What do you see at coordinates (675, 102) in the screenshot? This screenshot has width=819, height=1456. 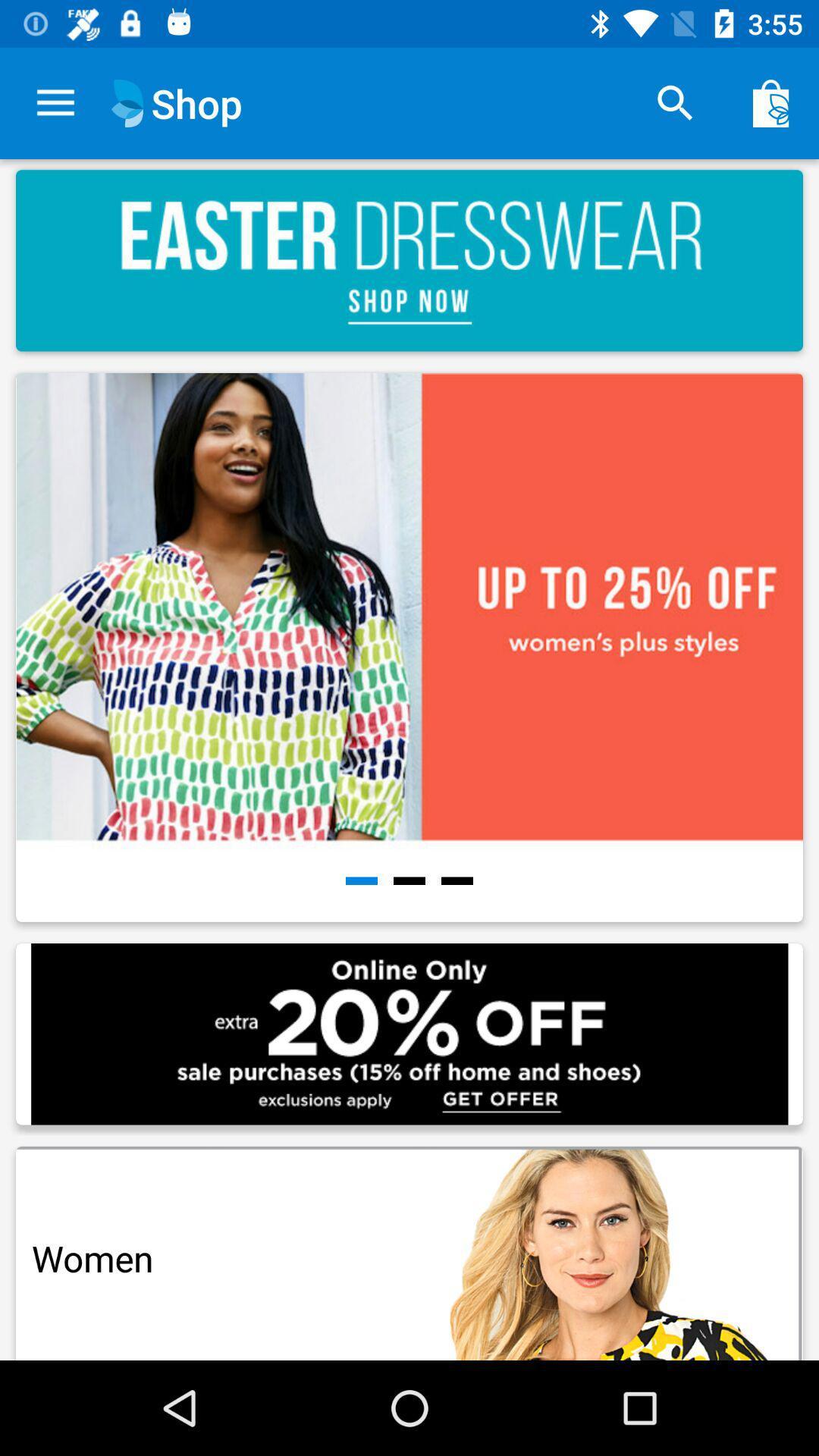 I see `the app next to shop item` at bounding box center [675, 102].